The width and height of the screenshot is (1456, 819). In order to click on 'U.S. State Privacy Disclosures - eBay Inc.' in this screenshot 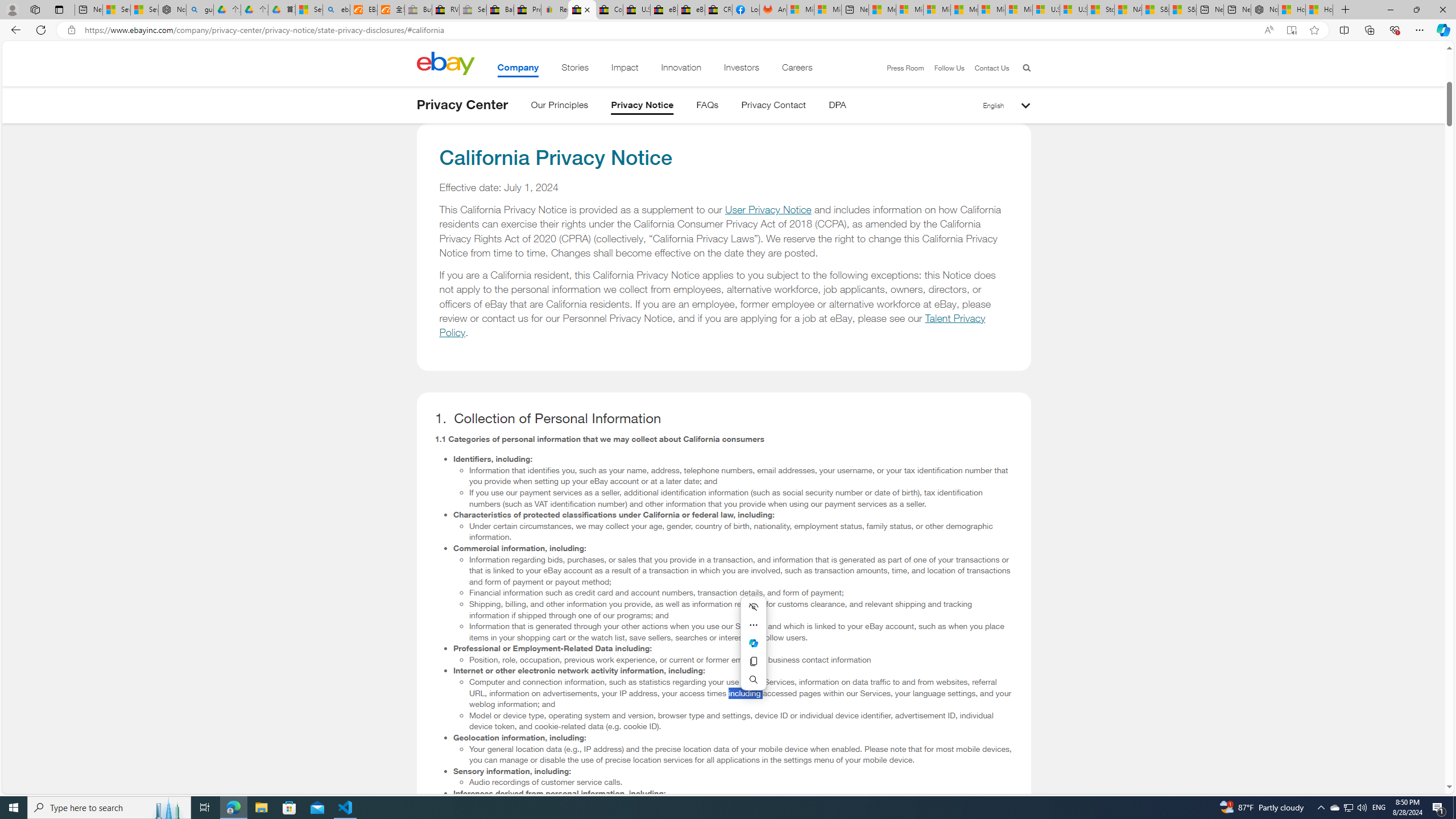, I will do `click(637, 9)`.